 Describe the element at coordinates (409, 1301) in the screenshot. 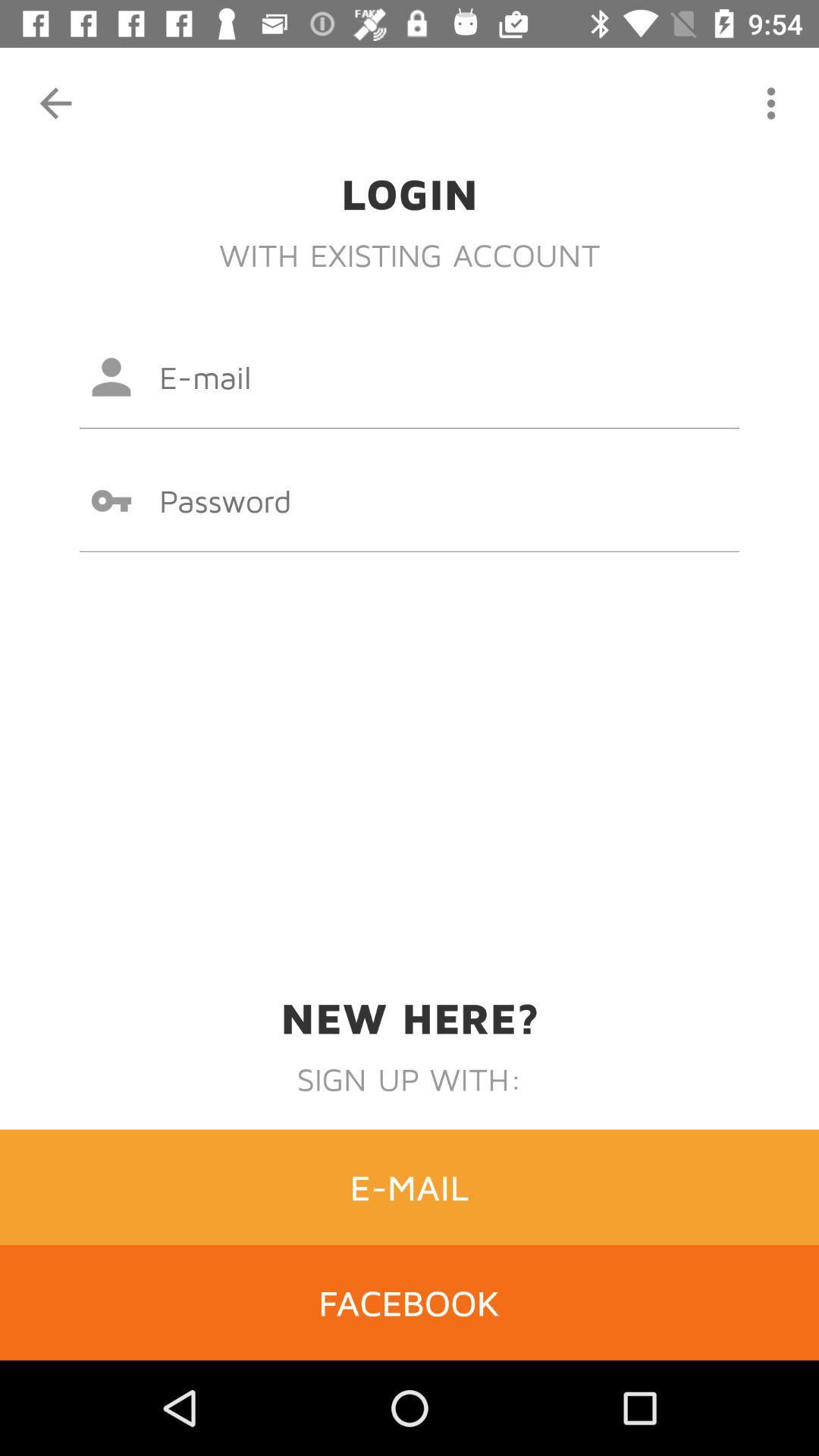

I see `icon below the e-mail` at that location.